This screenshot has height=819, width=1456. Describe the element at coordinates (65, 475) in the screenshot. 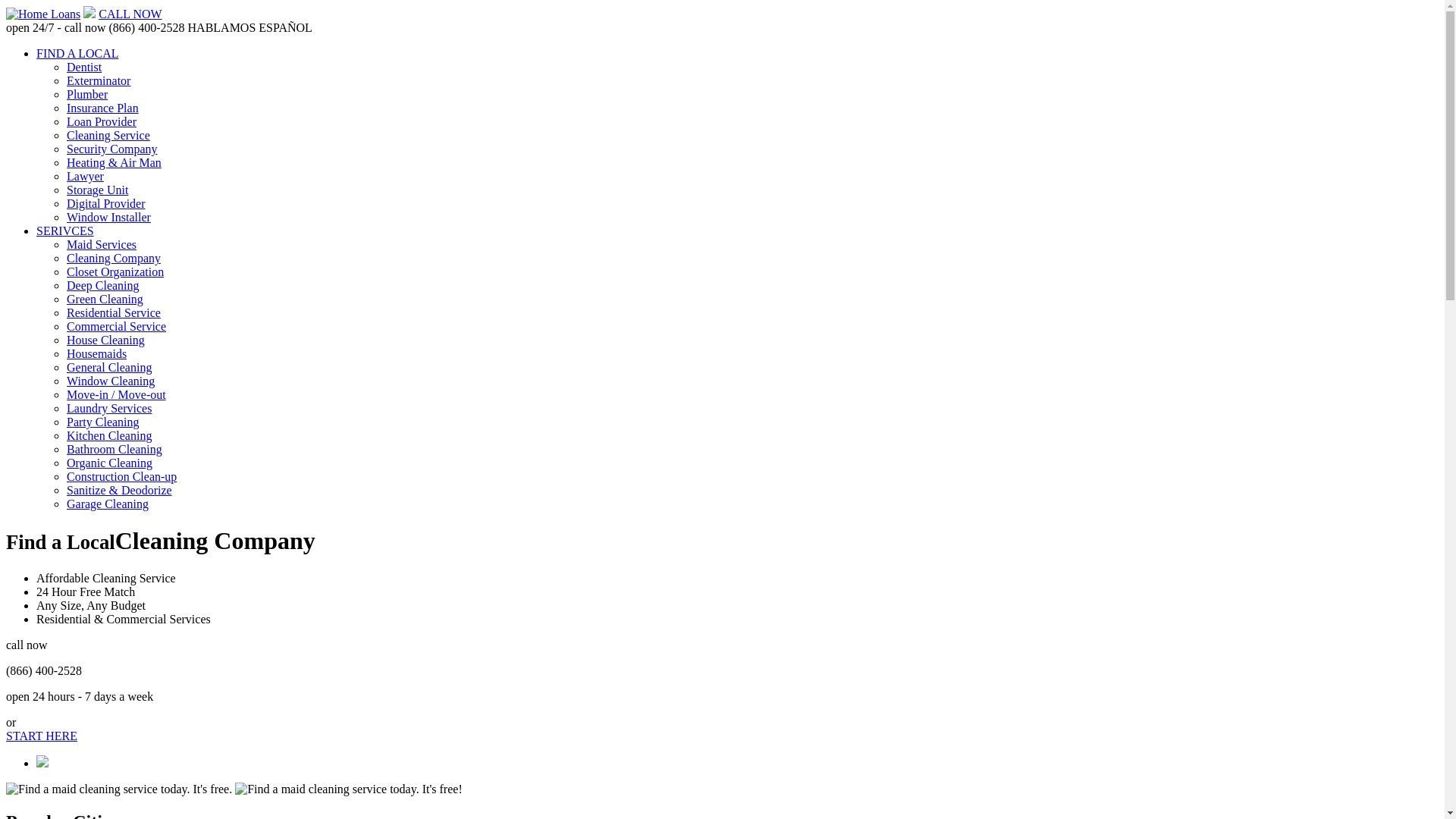

I see `'Construction Clean-up'` at that location.